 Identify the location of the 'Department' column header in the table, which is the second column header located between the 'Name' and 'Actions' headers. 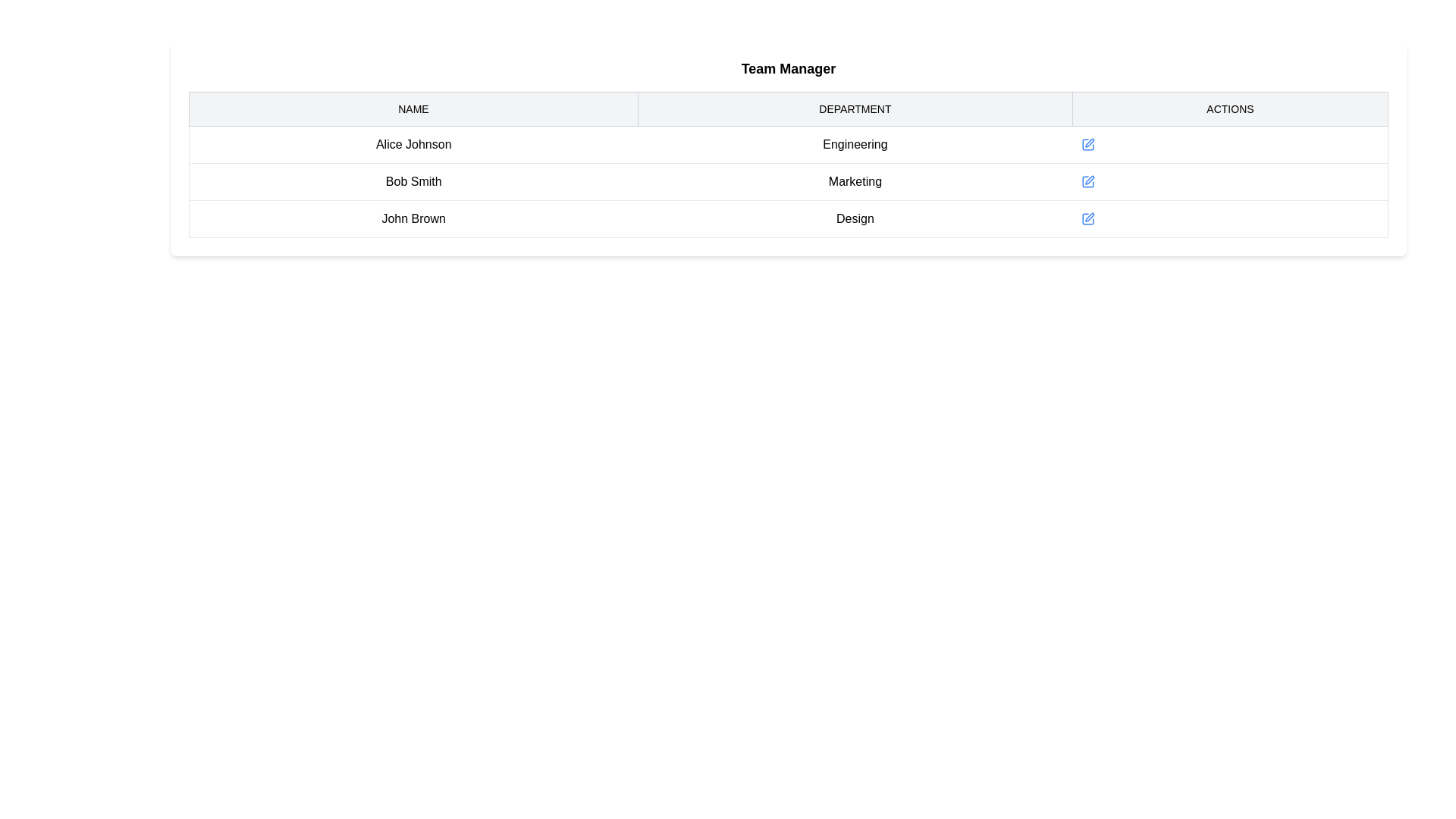
(855, 108).